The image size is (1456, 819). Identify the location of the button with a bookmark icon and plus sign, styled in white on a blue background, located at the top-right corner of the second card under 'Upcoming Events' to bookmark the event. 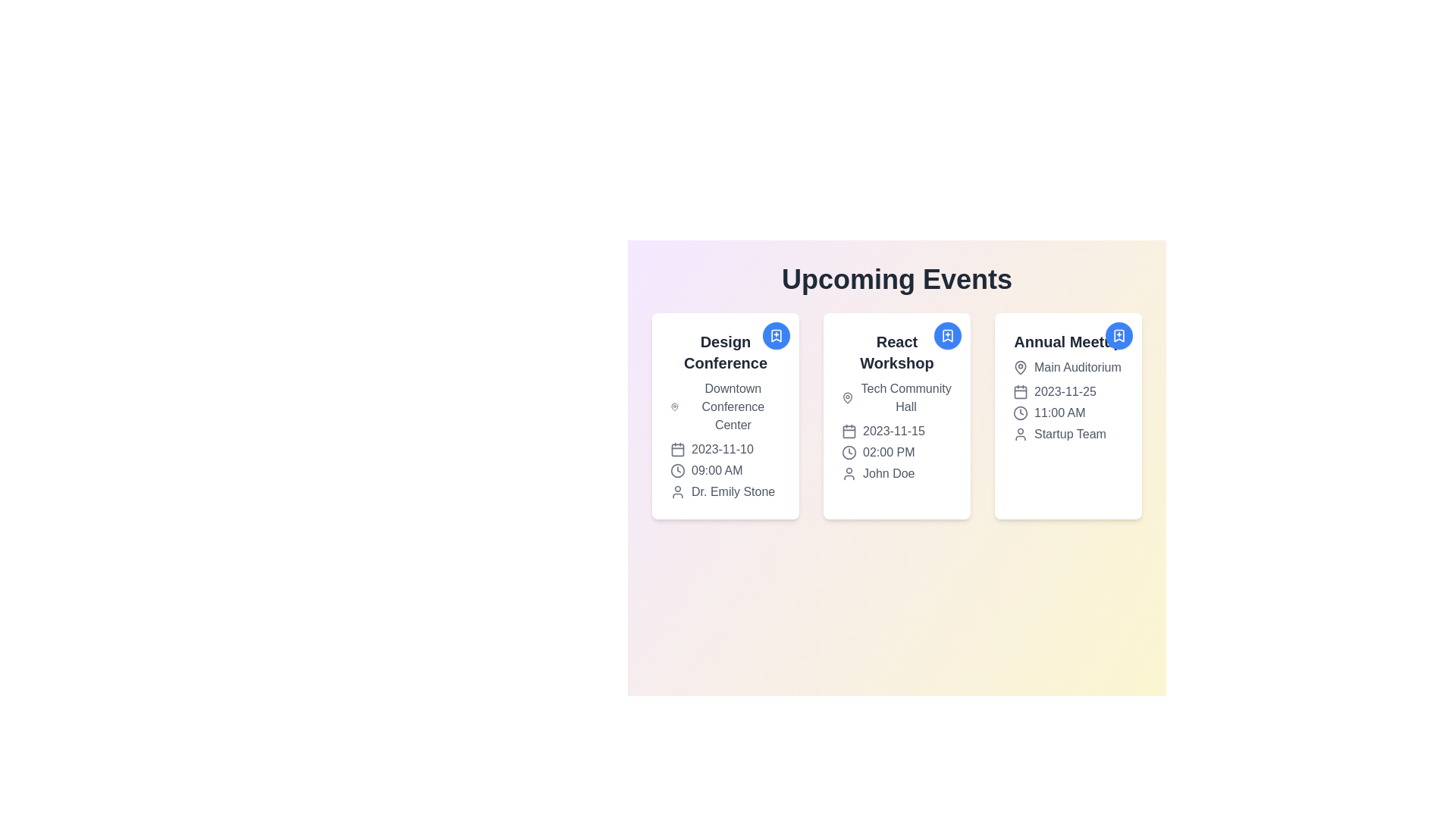
(946, 335).